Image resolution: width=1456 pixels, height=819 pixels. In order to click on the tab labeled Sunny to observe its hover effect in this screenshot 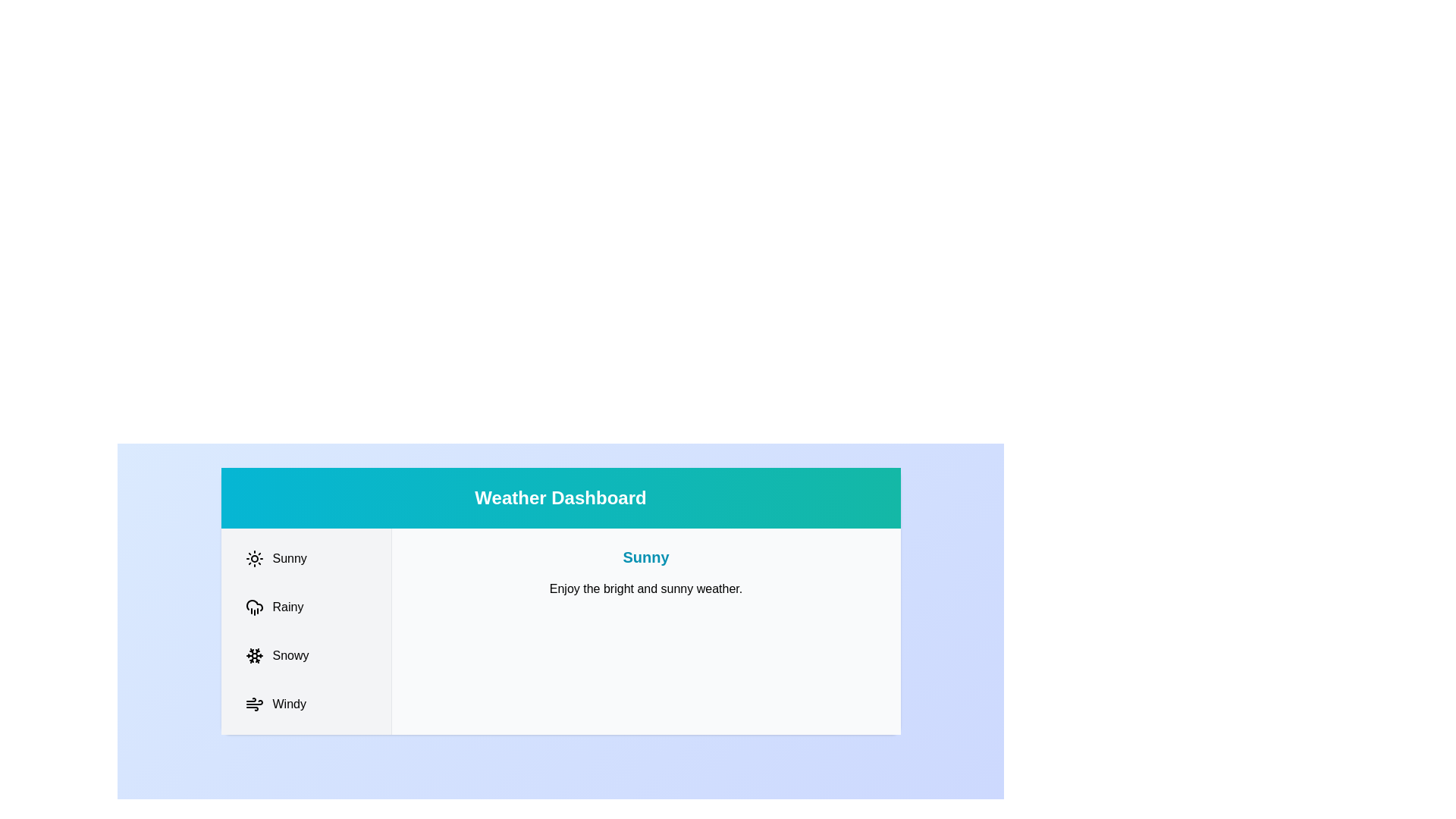, I will do `click(305, 558)`.